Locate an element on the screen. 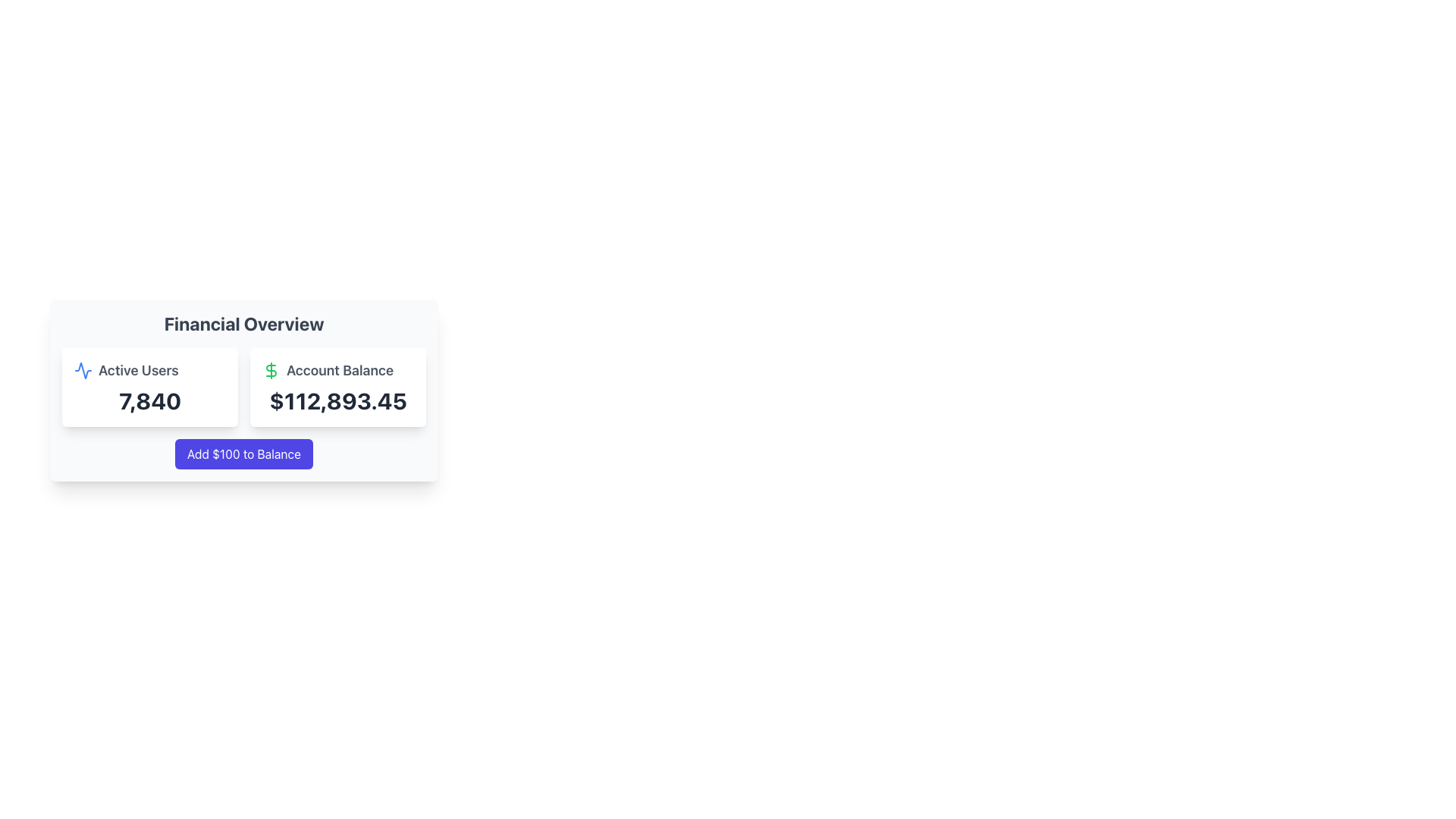 Image resolution: width=1456 pixels, height=819 pixels. the currency icon located to the left of the 'Account Balance' label in the 'Financial Overview' section is located at coordinates (271, 371).